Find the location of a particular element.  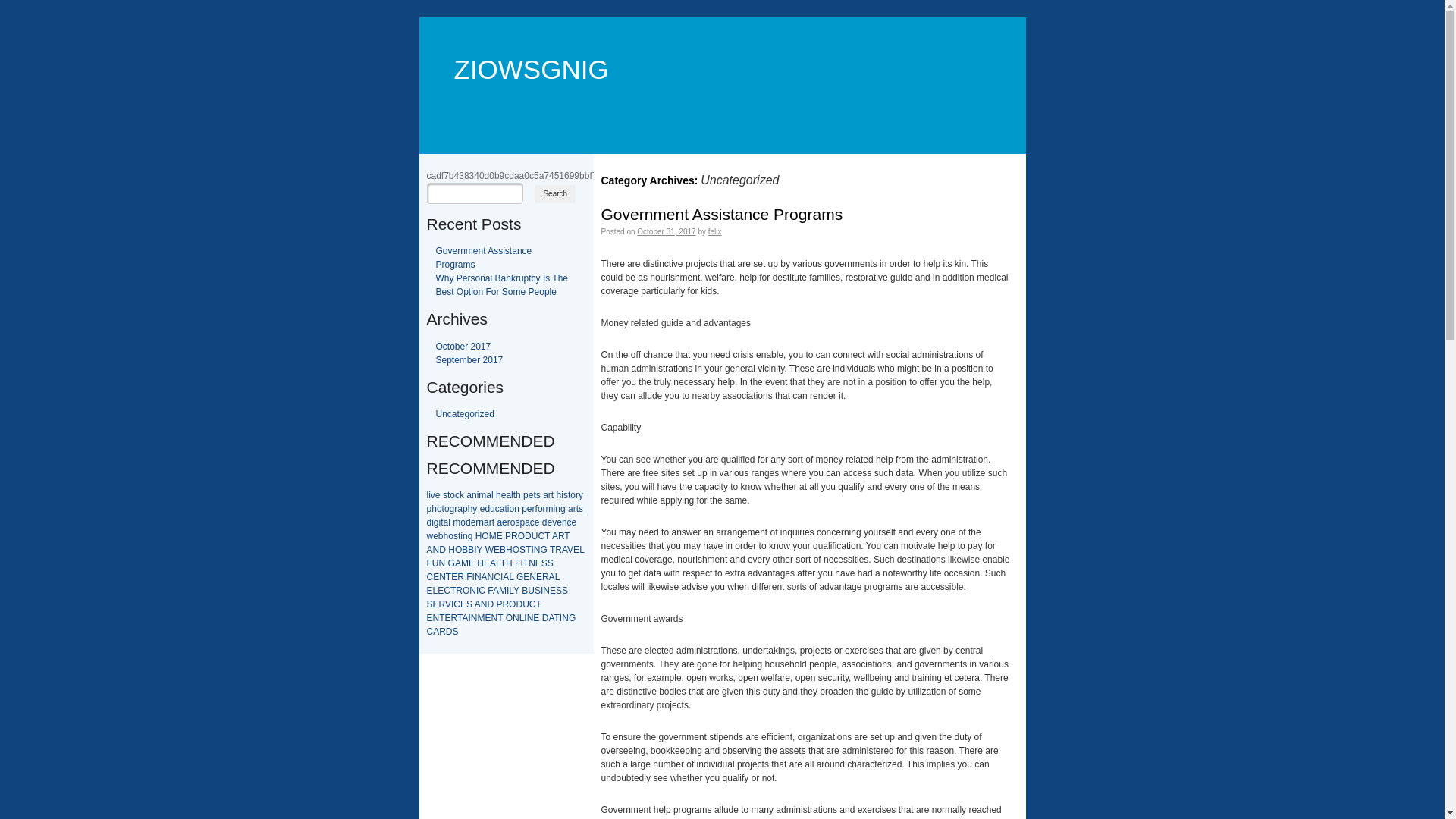

'c' is located at coordinates (457, 494).